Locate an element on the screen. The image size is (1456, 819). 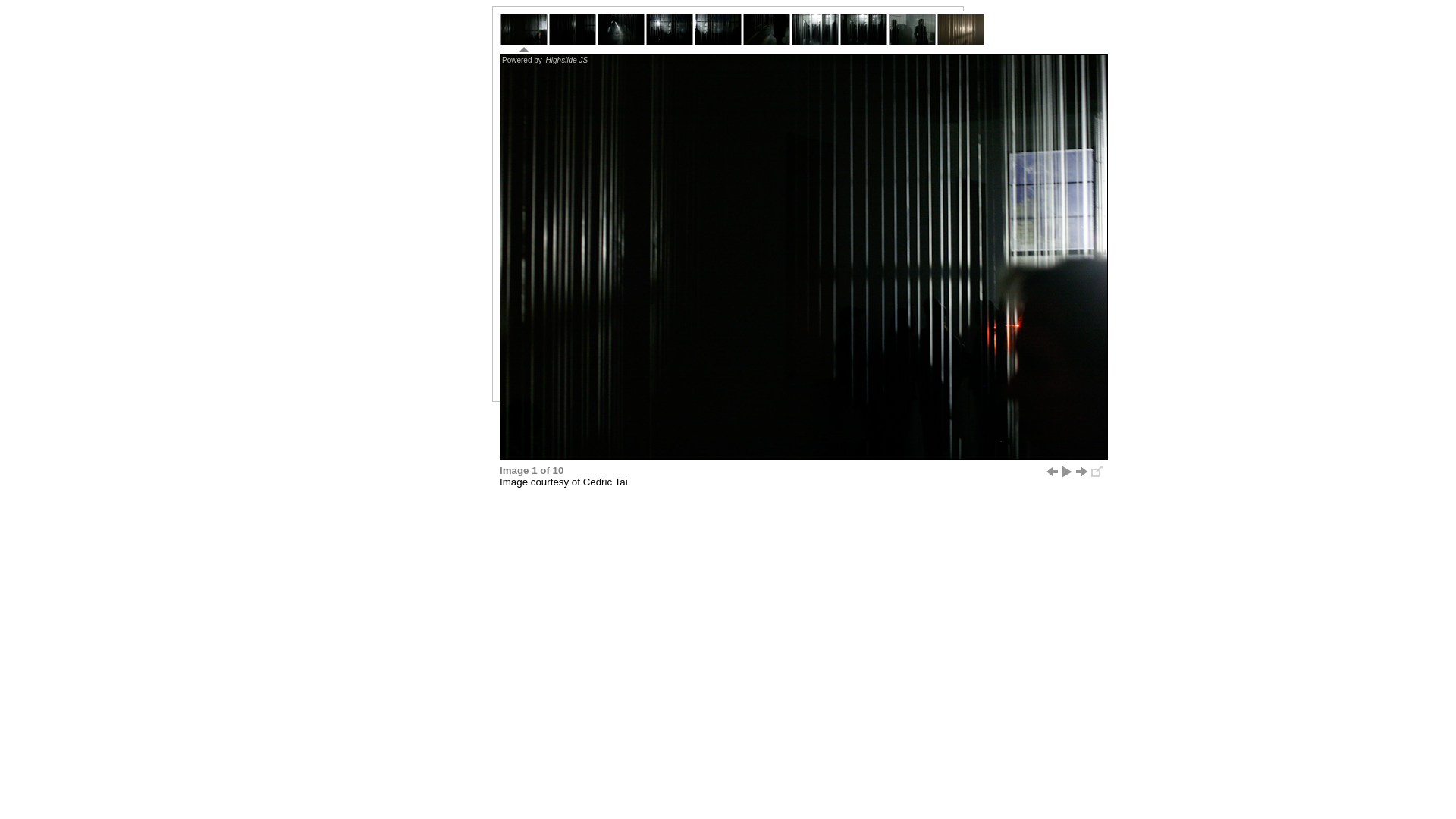
'Expand to actual size (f)' is located at coordinates (1097, 470).